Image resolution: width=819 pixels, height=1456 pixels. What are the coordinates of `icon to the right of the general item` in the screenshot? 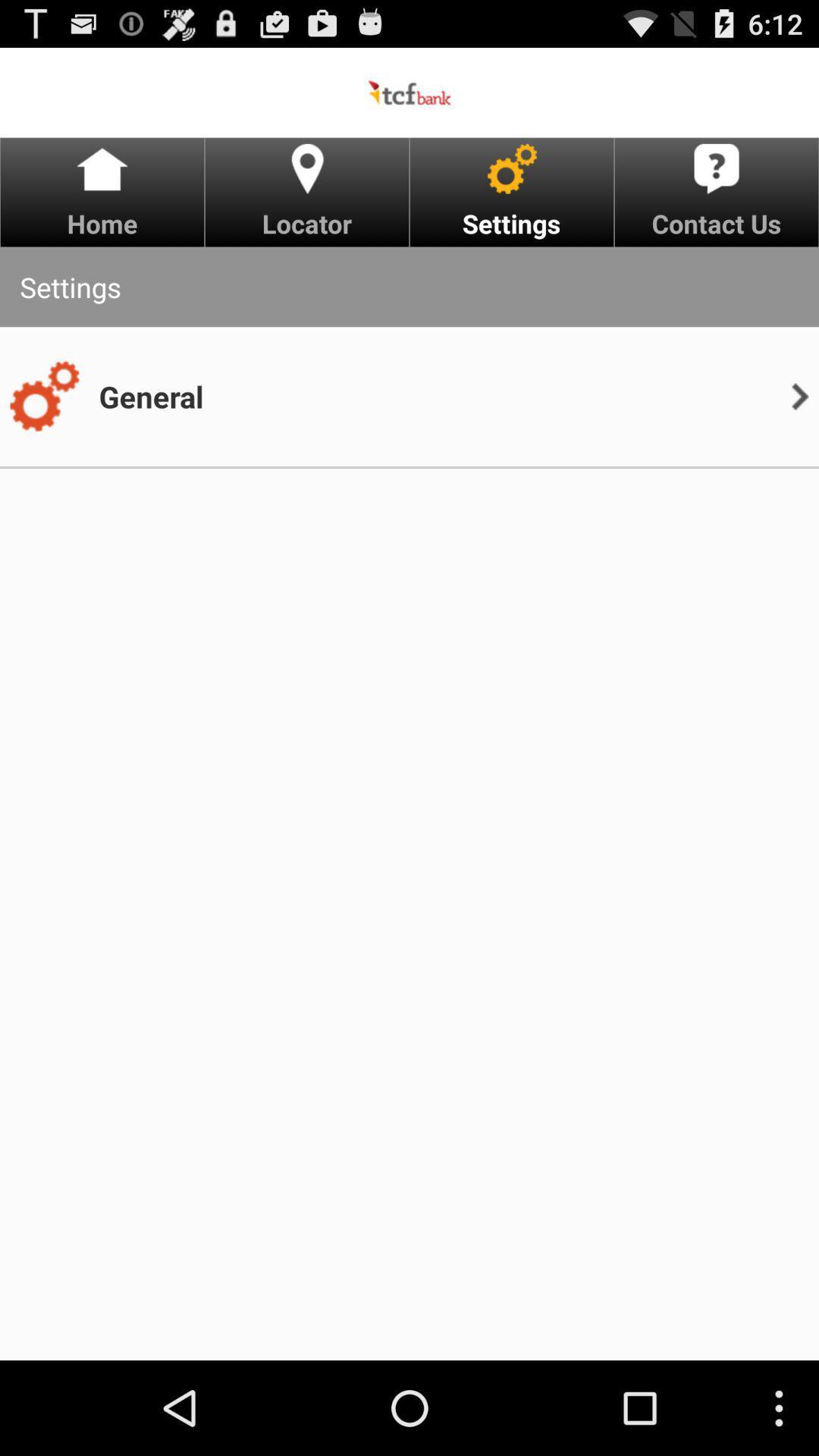 It's located at (799, 397).